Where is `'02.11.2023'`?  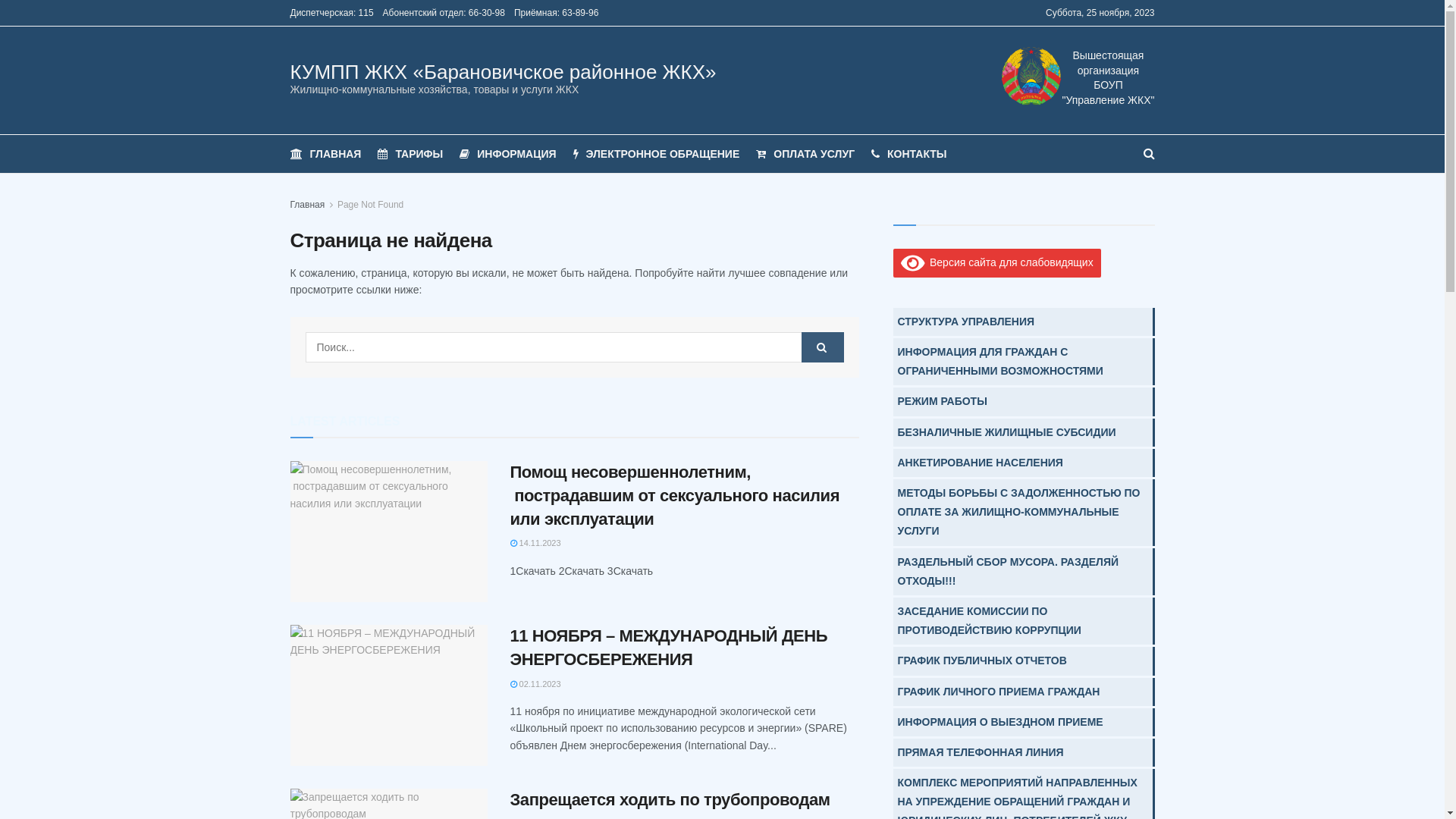 '02.11.2023' is located at coordinates (535, 684).